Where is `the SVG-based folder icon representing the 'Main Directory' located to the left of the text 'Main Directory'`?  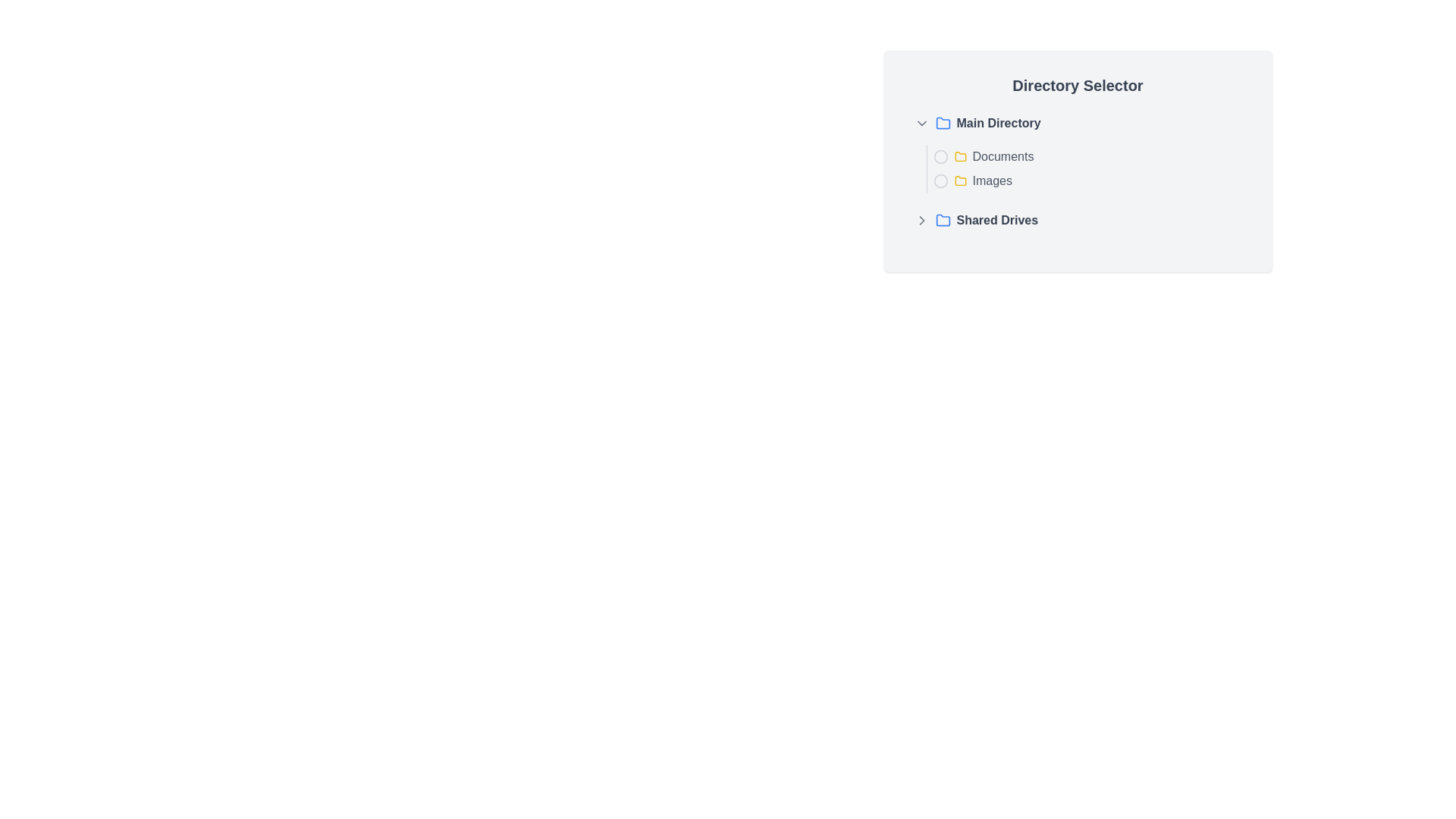
the SVG-based folder icon representing the 'Main Directory' located to the left of the text 'Main Directory' is located at coordinates (942, 122).